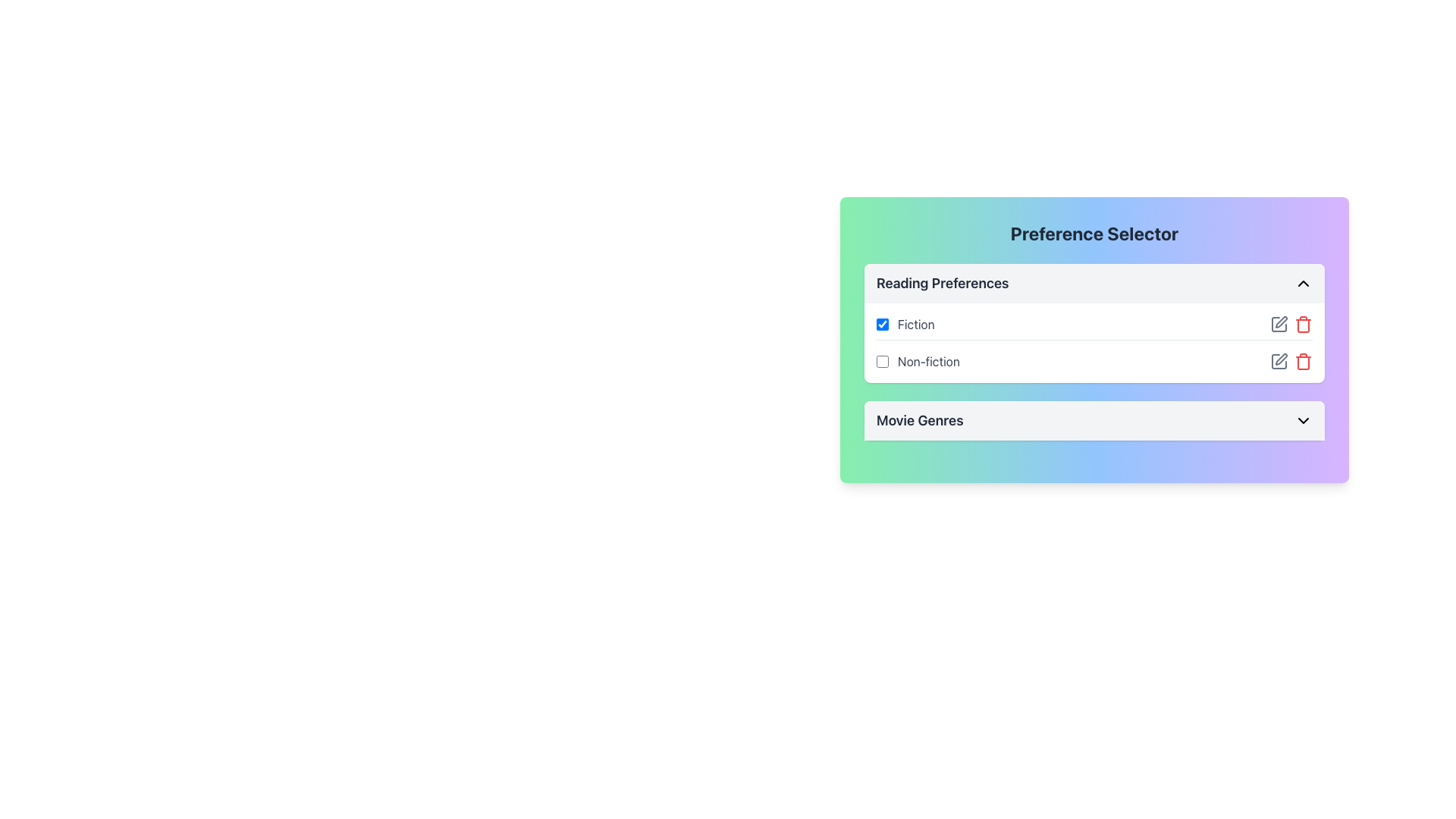  What do you see at coordinates (1291, 362) in the screenshot?
I see `the icon group consisting of a pen icon for editing and a trash icon for deleting, located in the 'Non-fiction' row under the 'Reading Preferences' section` at bounding box center [1291, 362].